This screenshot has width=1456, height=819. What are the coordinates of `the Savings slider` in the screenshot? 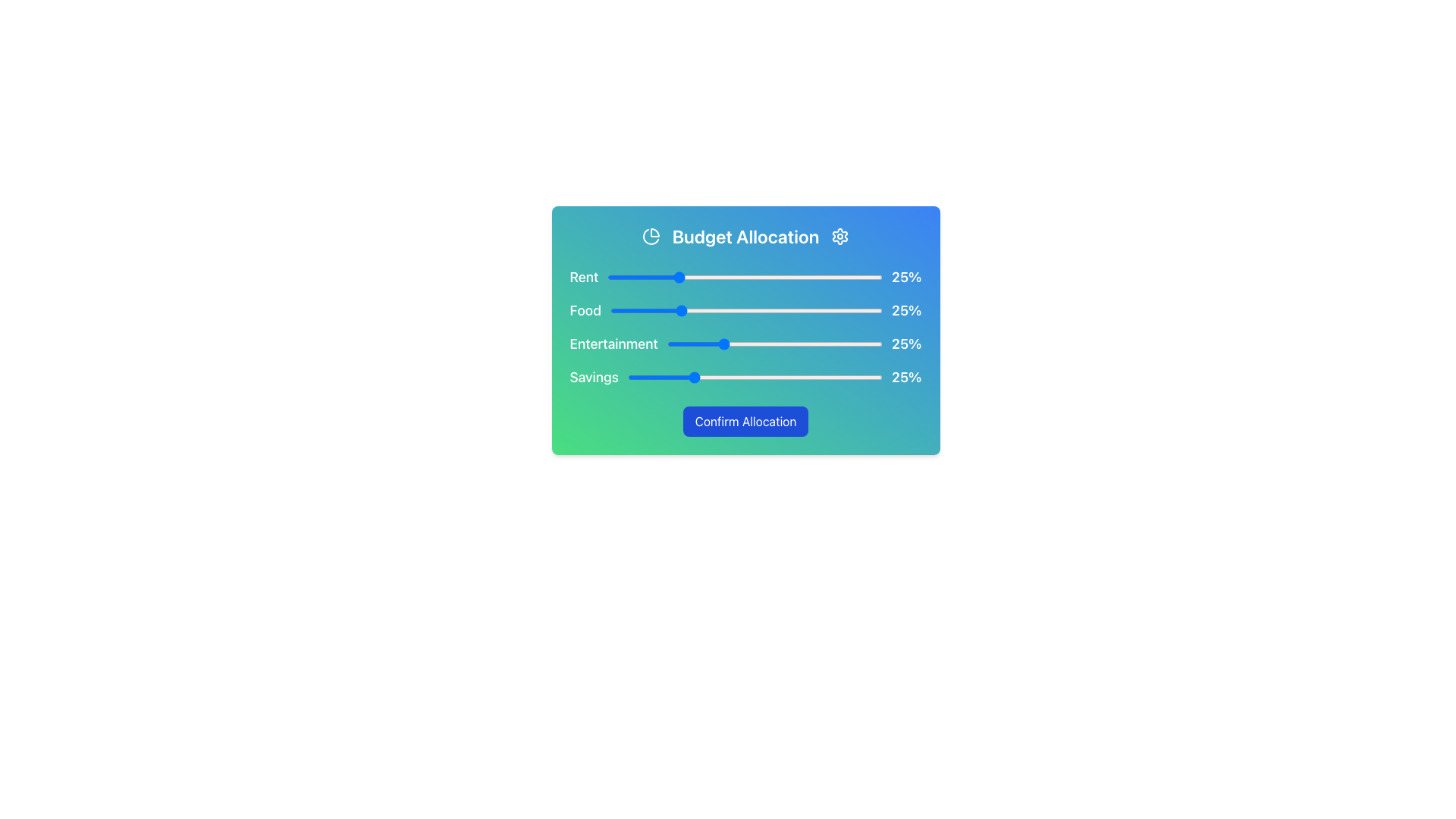 It's located at (645, 376).